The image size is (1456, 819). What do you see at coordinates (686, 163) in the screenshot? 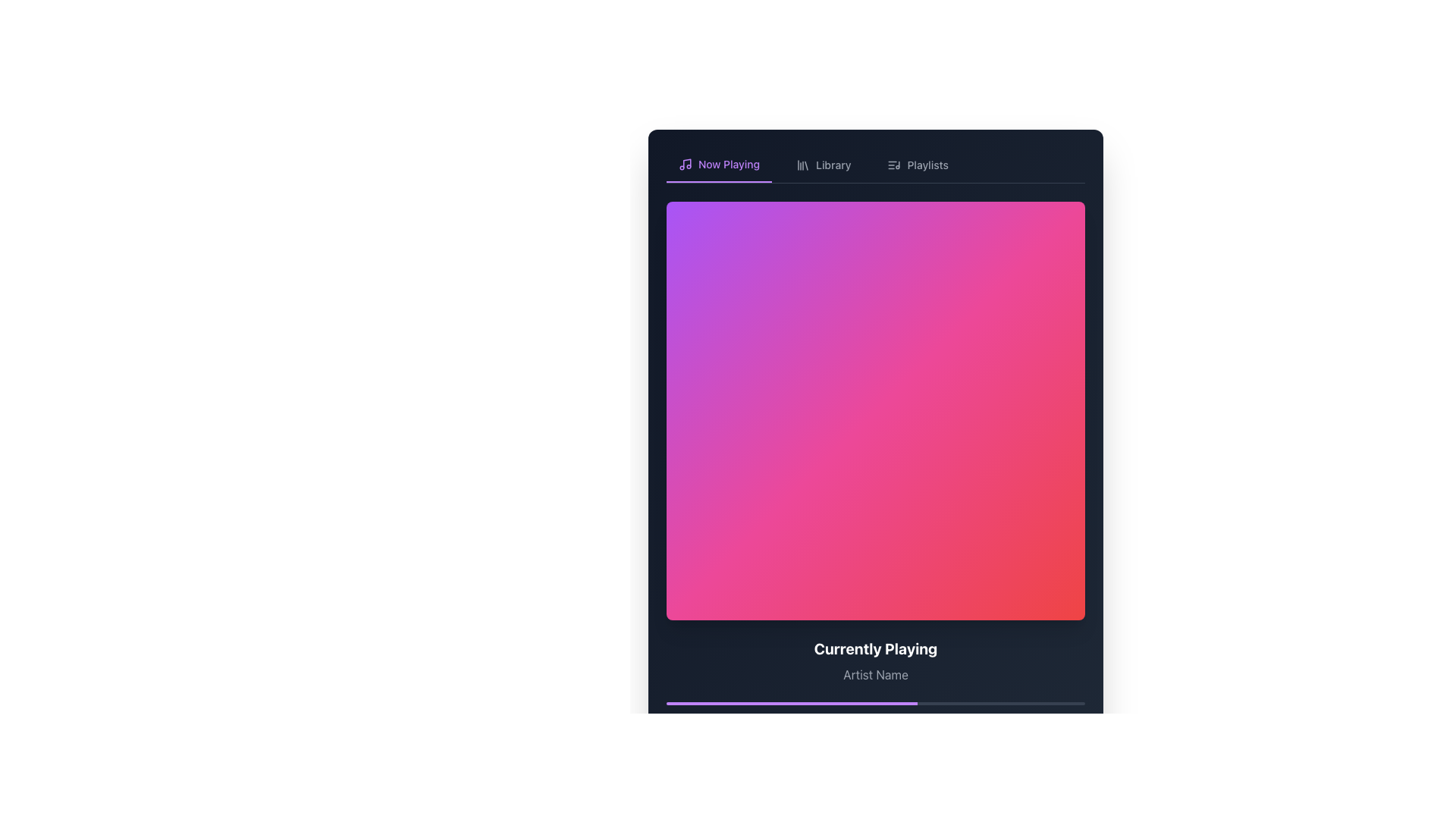
I see `the vertical segment of the musical note icon in the 'Now Playing' section of the music application` at bounding box center [686, 163].